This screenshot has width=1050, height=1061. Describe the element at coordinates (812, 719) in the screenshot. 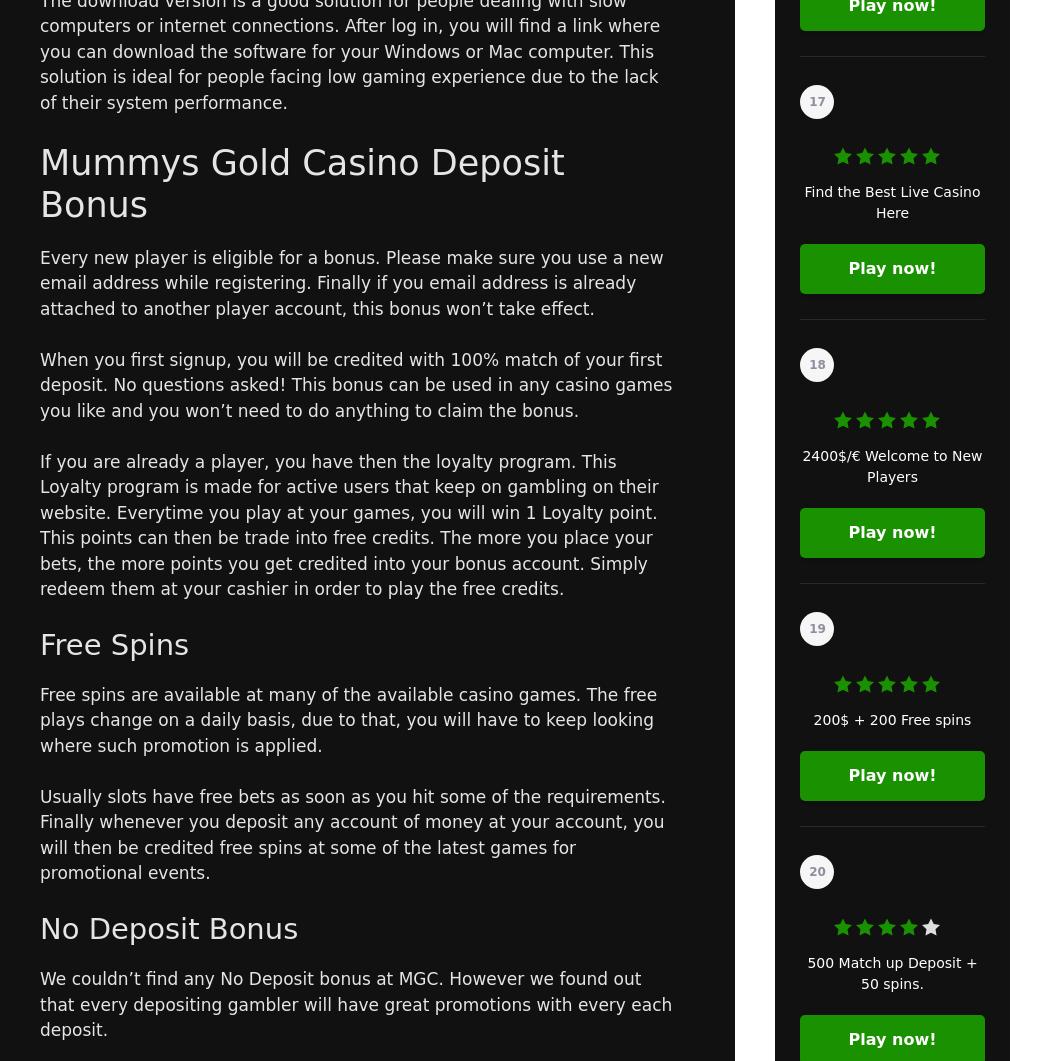

I see `'200$ + 200 Free spins'` at that location.